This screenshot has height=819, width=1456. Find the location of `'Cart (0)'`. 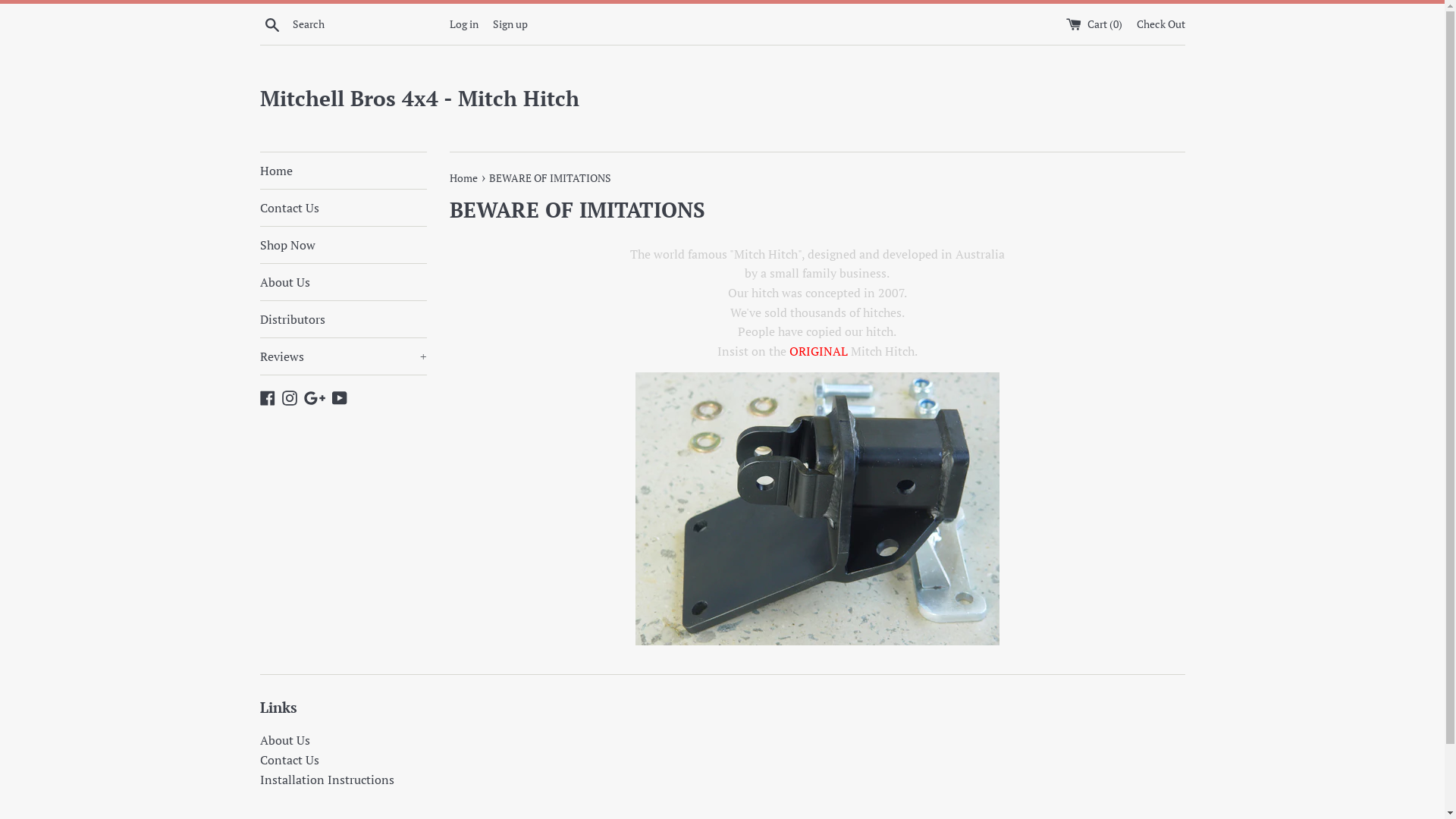

'Cart (0)' is located at coordinates (1095, 24).